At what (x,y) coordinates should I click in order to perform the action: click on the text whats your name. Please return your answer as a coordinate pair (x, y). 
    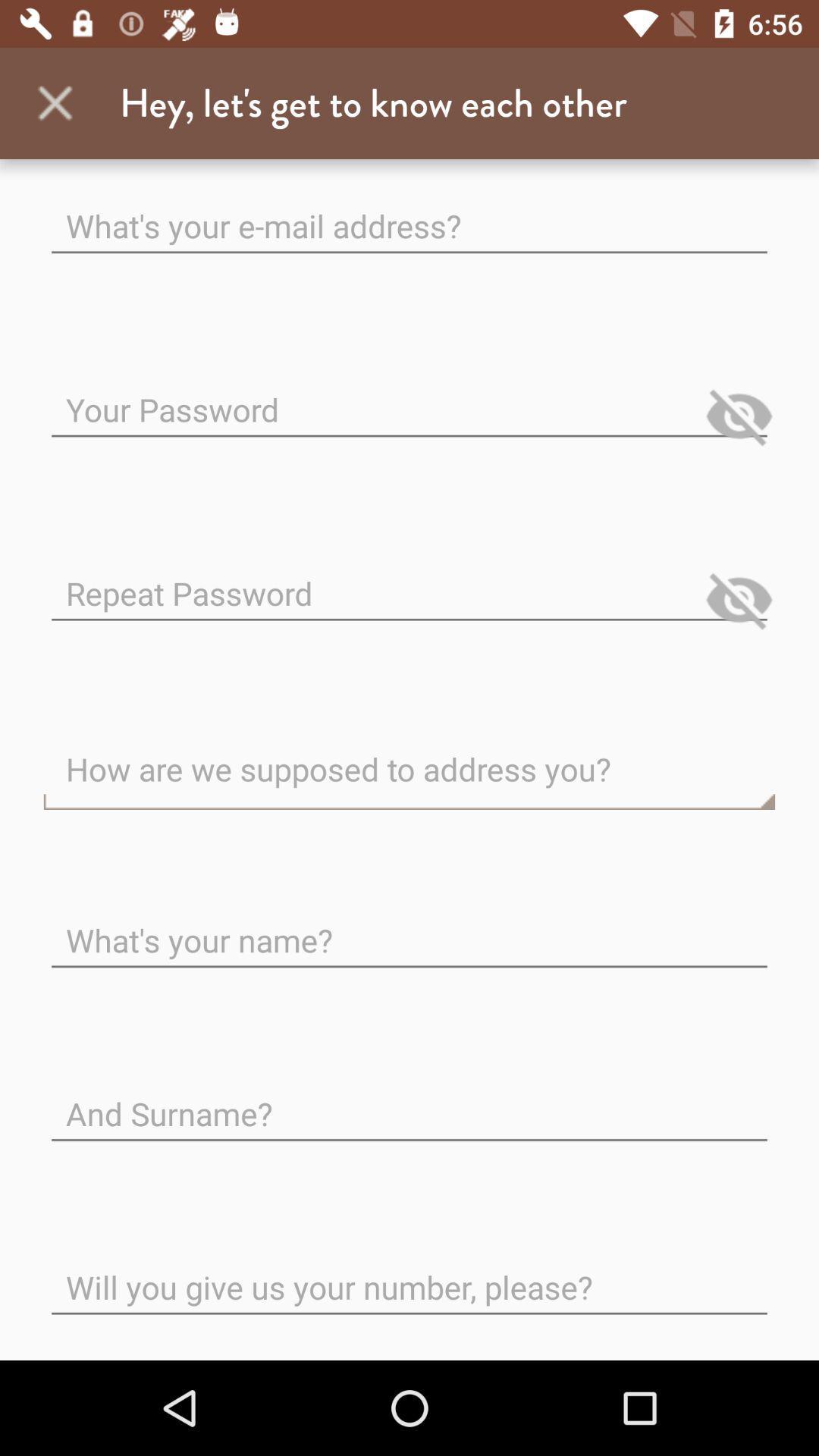
    Looking at the image, I should click on (409, 927).